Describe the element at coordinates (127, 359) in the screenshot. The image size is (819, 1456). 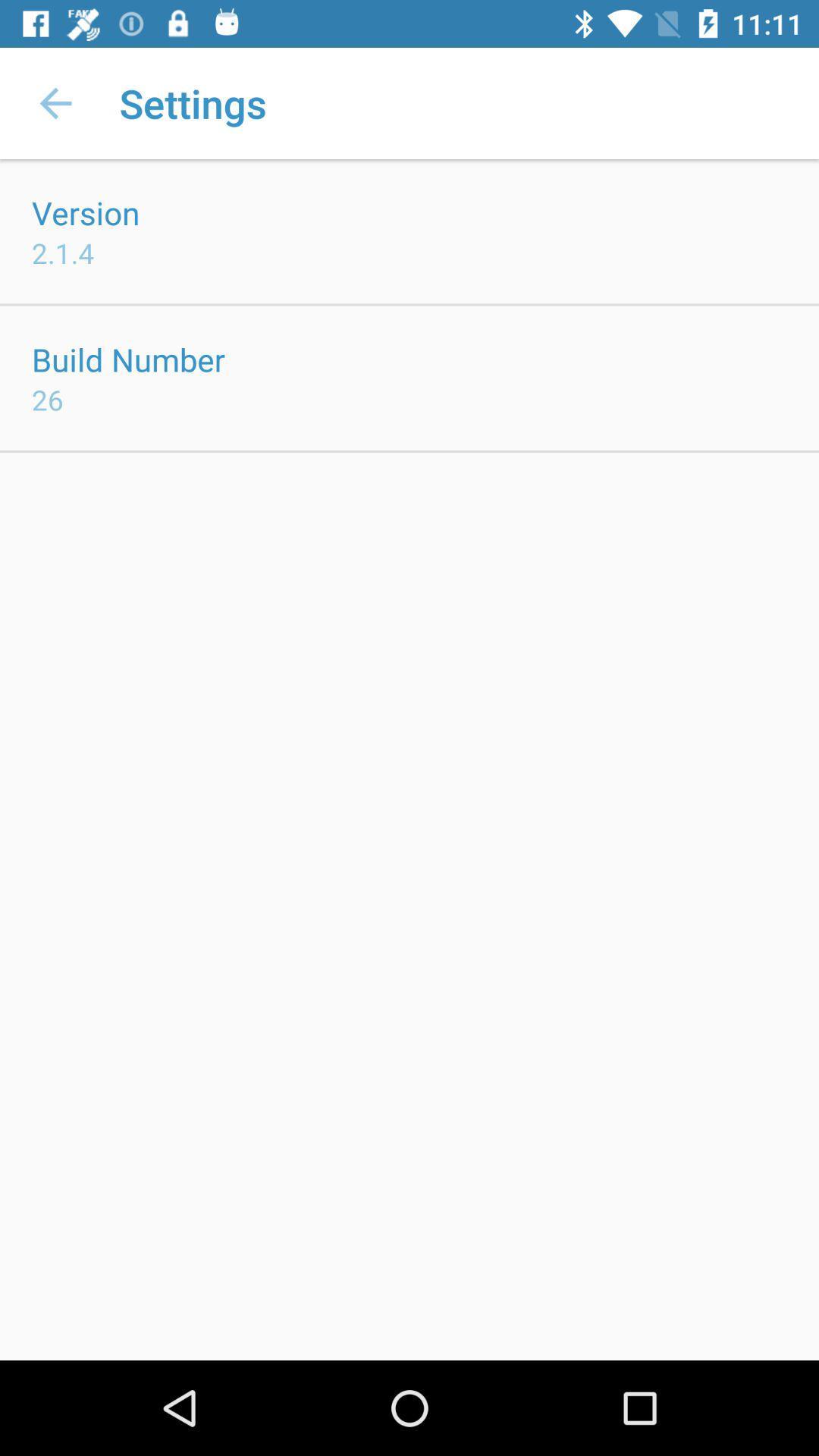
I see `build number item` at that location.